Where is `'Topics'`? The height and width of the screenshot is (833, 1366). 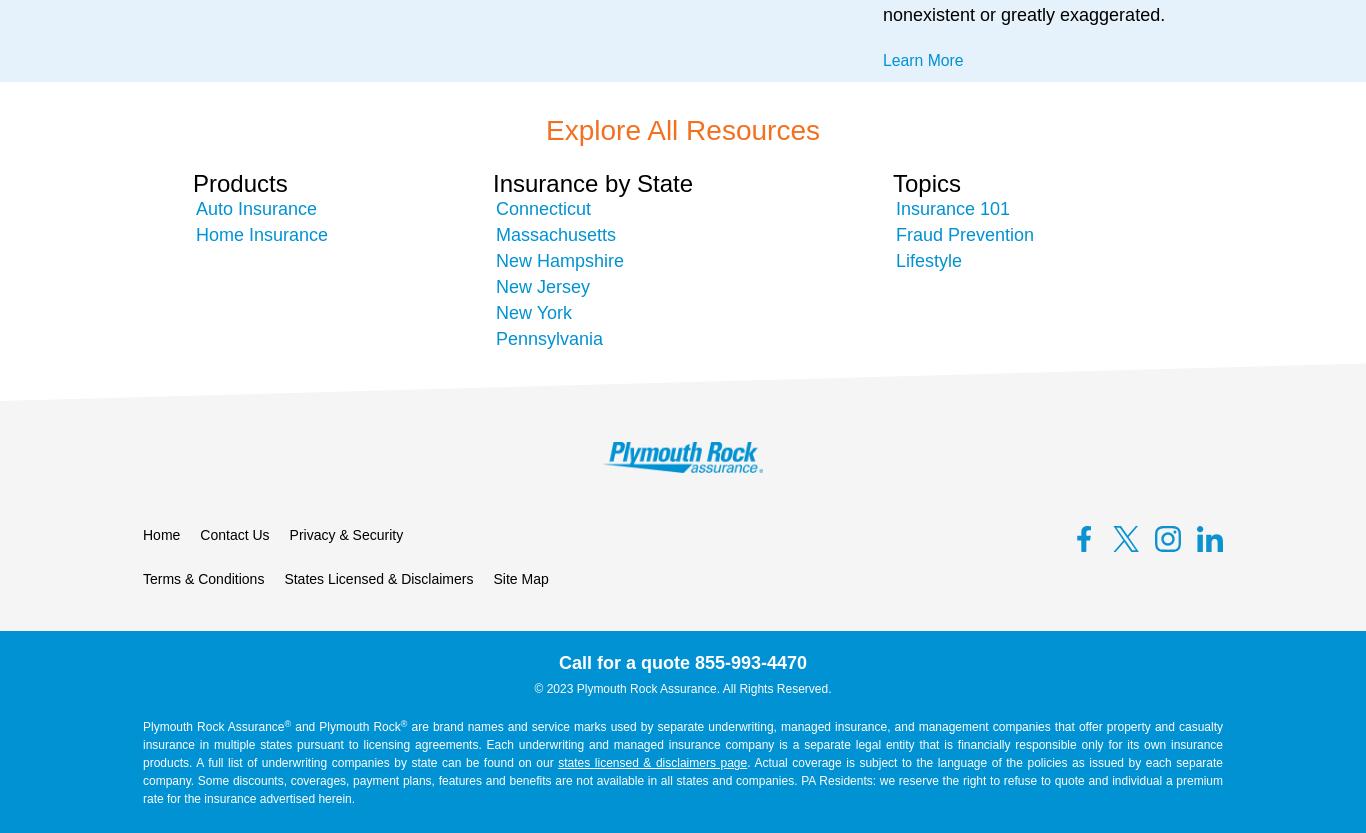
'Topics' is located at coordinates (926, 182).